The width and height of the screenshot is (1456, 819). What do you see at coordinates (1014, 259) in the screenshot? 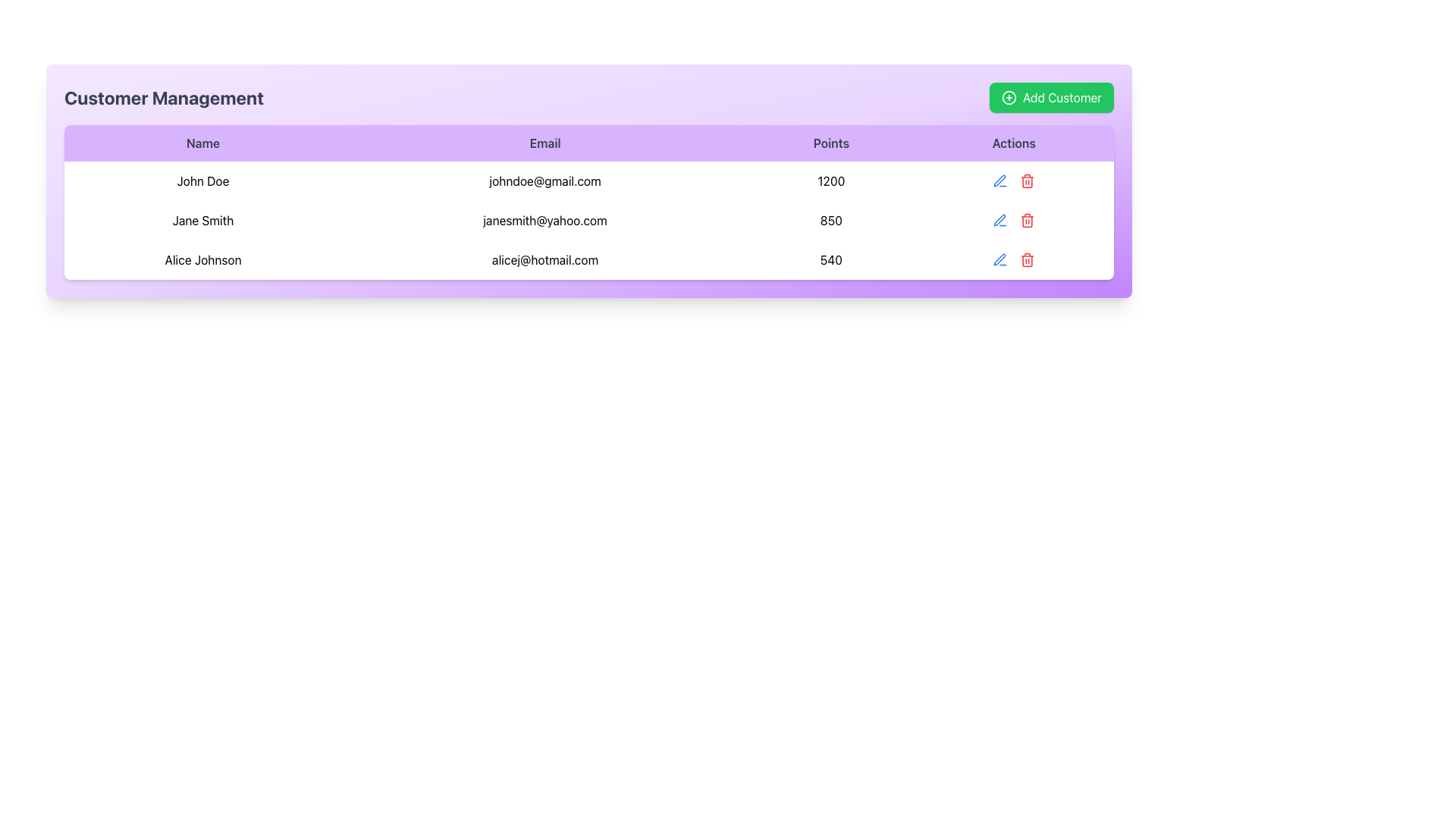
I see `the red trash bin icon in the Actions column for the entry of Alice Johnson` at bounding box center [1014, 259].